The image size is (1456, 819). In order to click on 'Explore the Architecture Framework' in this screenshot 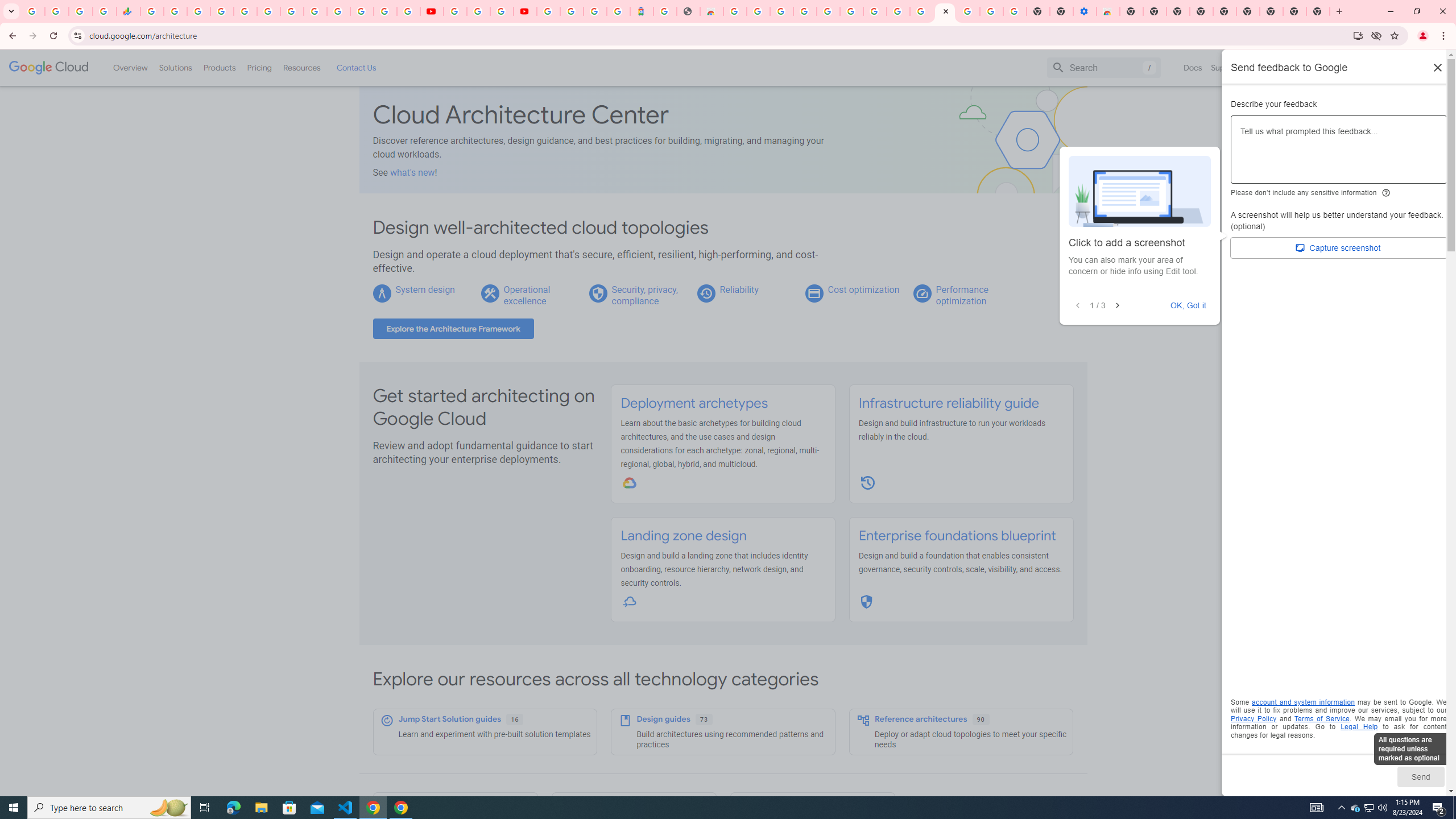, I will do `click(453, 329)`.